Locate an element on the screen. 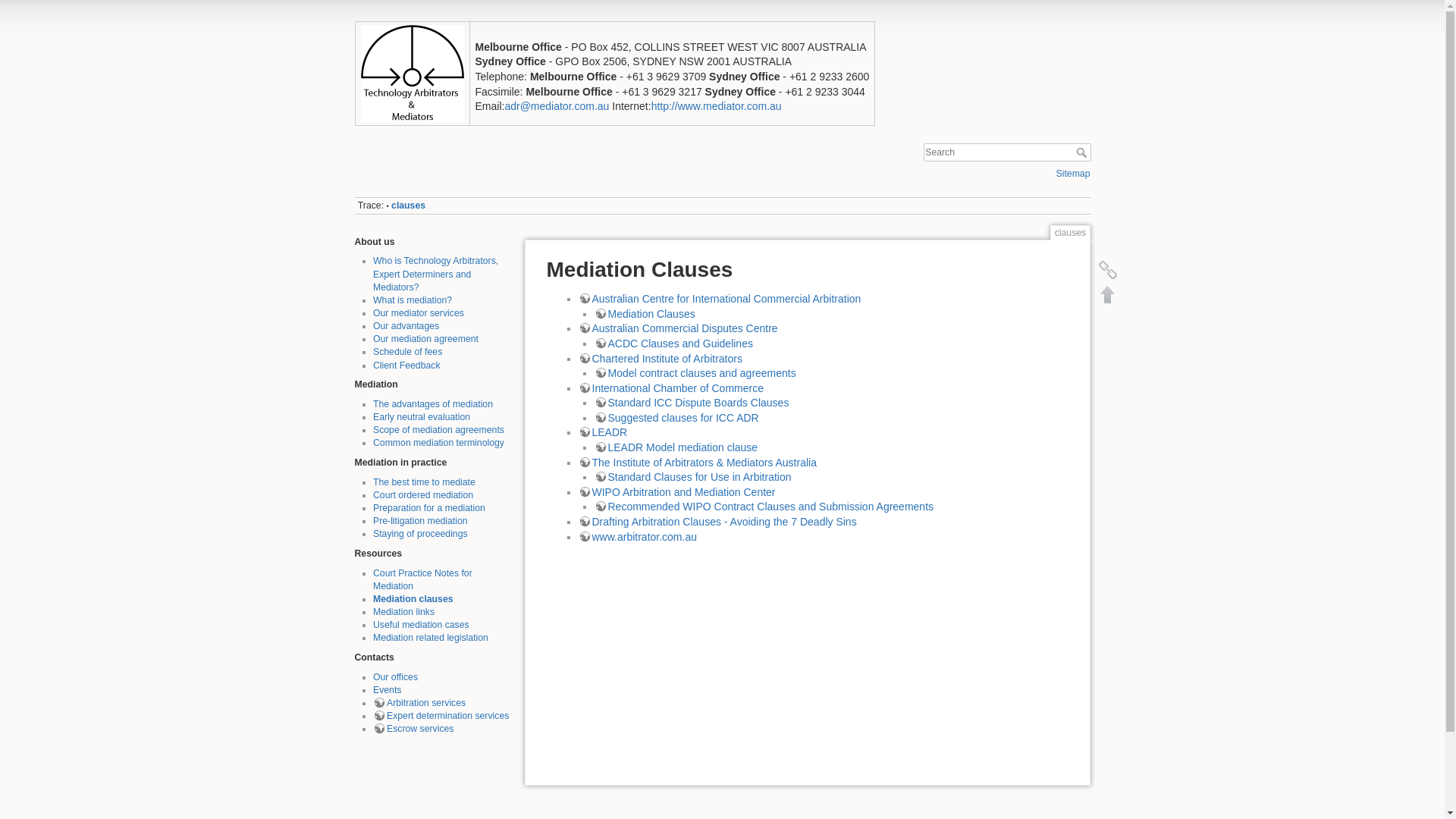 The image size is (1456, 819). 'Arbitration services' is located at coordinates (419, 702).